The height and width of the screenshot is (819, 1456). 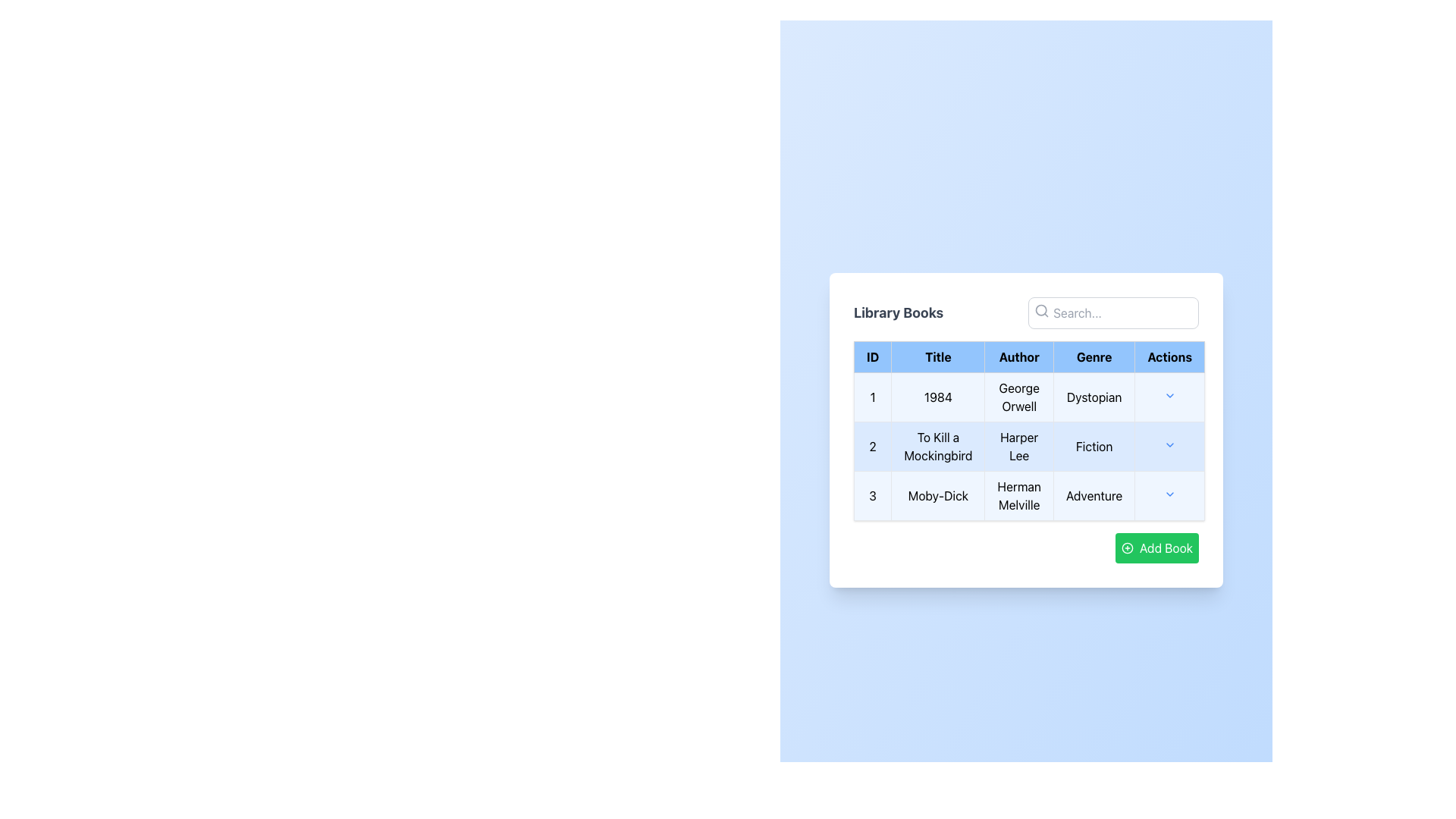 I want to click on the circular green icon with a plus sign located to the left of the 'Add Book' text in the button at the lower-right corner of the table interface to initiate an action, so click(x=1128, y=548).